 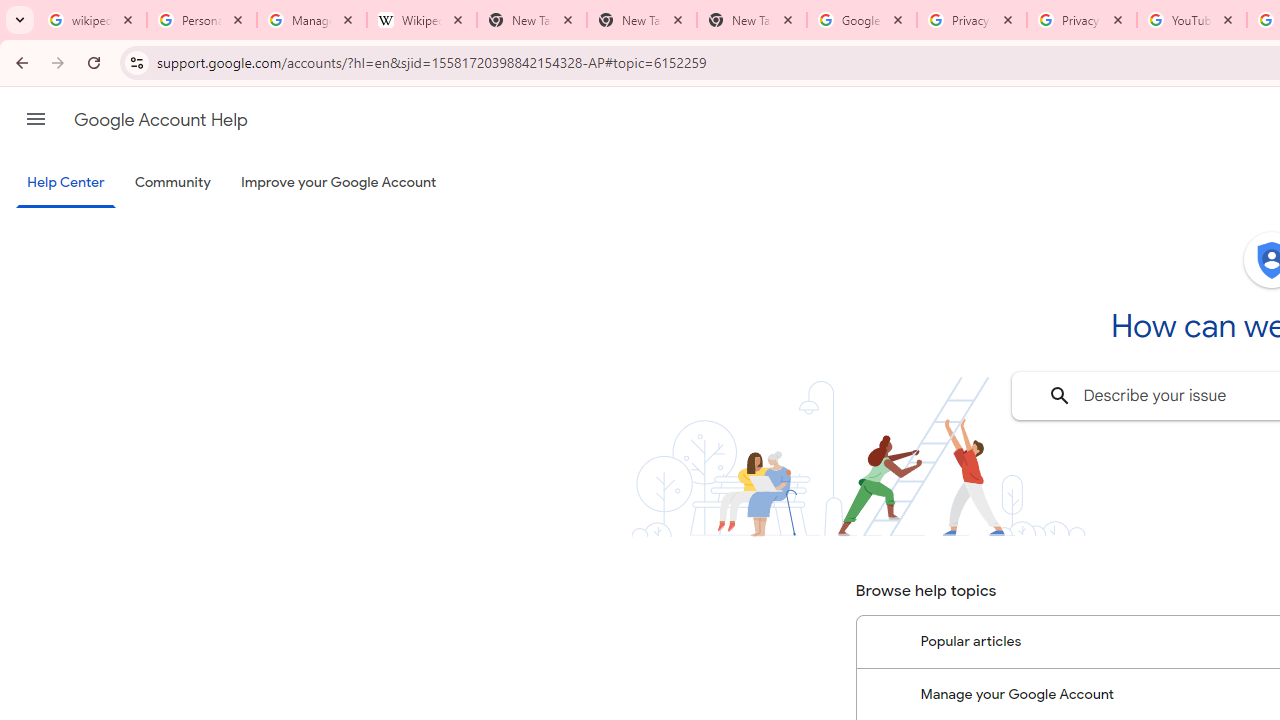 I want to click on 'Google Drive: Sign-in', so click(x=861, y=20).